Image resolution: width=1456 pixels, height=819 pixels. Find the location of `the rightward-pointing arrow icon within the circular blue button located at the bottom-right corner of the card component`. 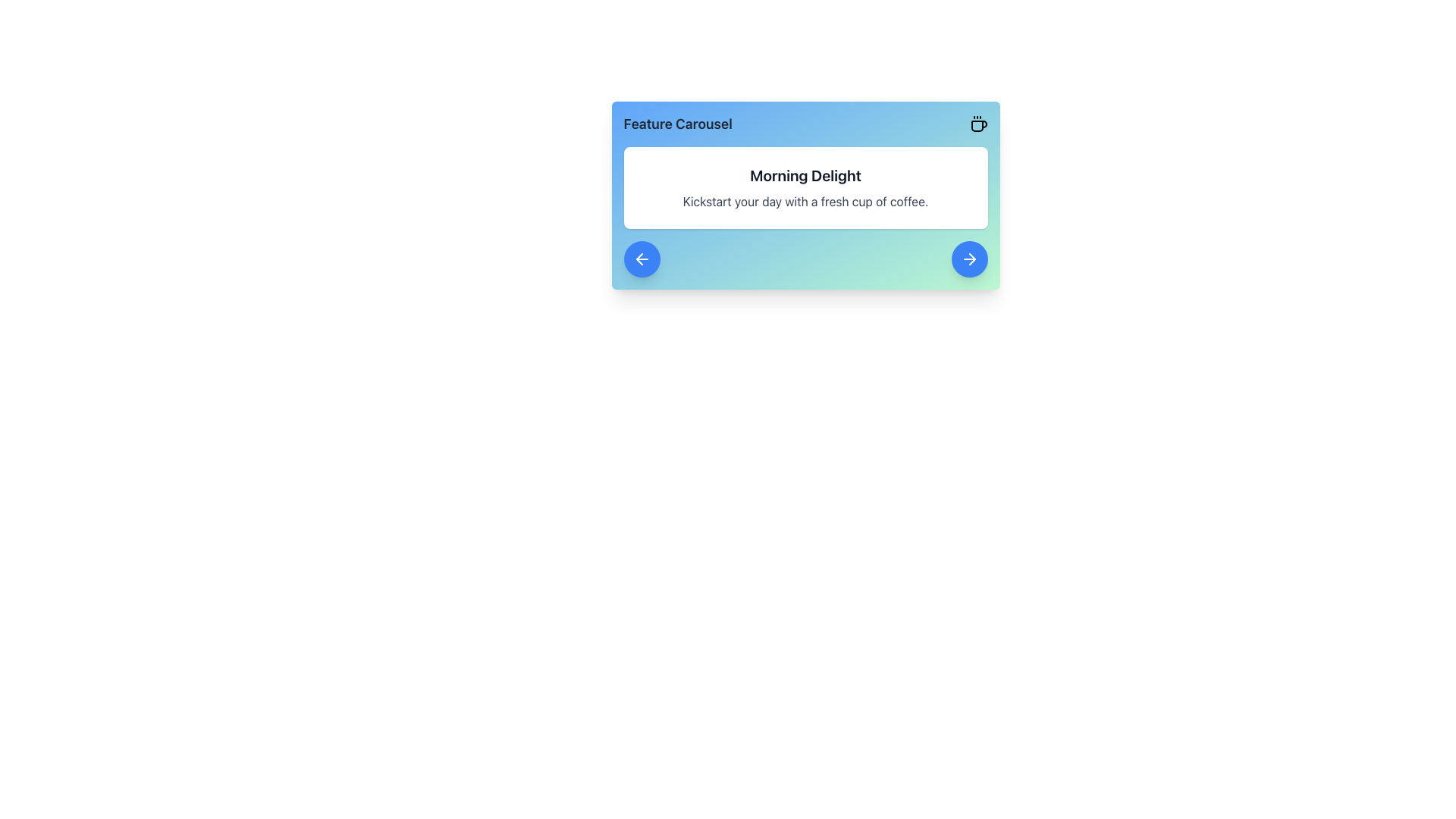

the rightward-pointing arrow icon within the circular blue button located at the bottom-right corner of the card component is located at coordinates (968, 259).